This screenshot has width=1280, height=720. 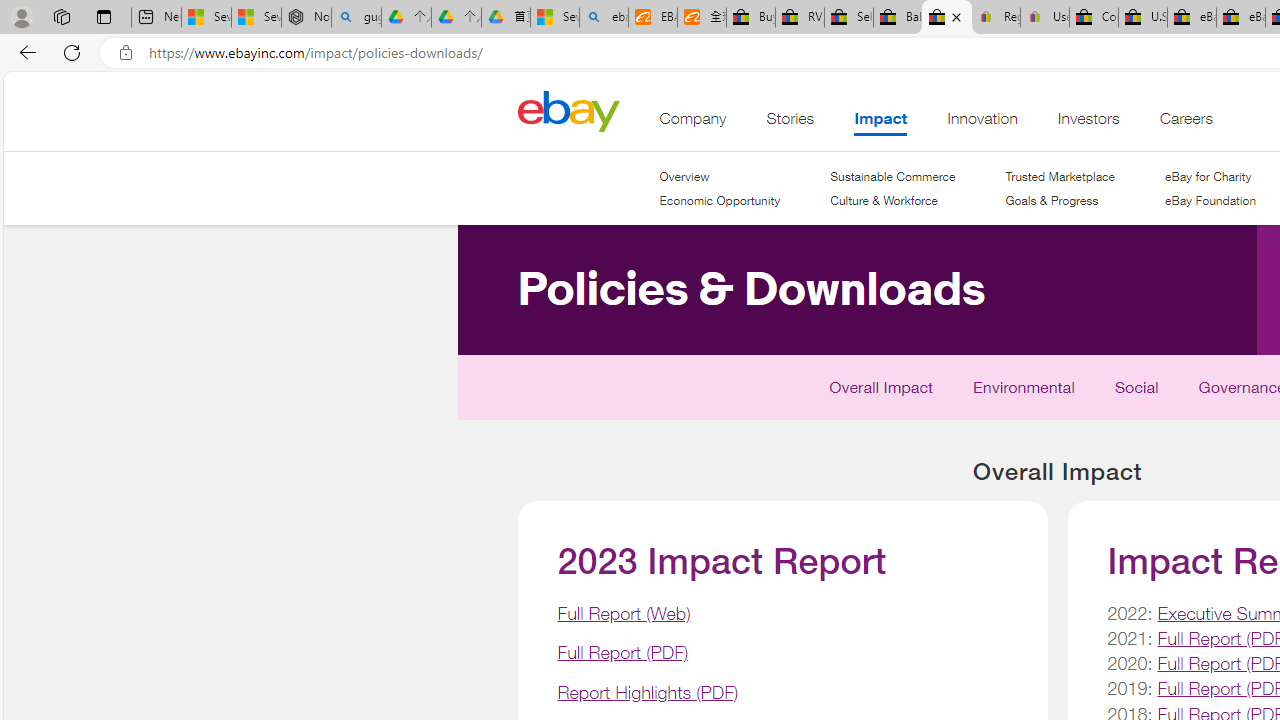 What do you see at coordinates (621, 653) in the screenshot?
I see `'Full Report (PDF)'` at bounding box center [621, 653].